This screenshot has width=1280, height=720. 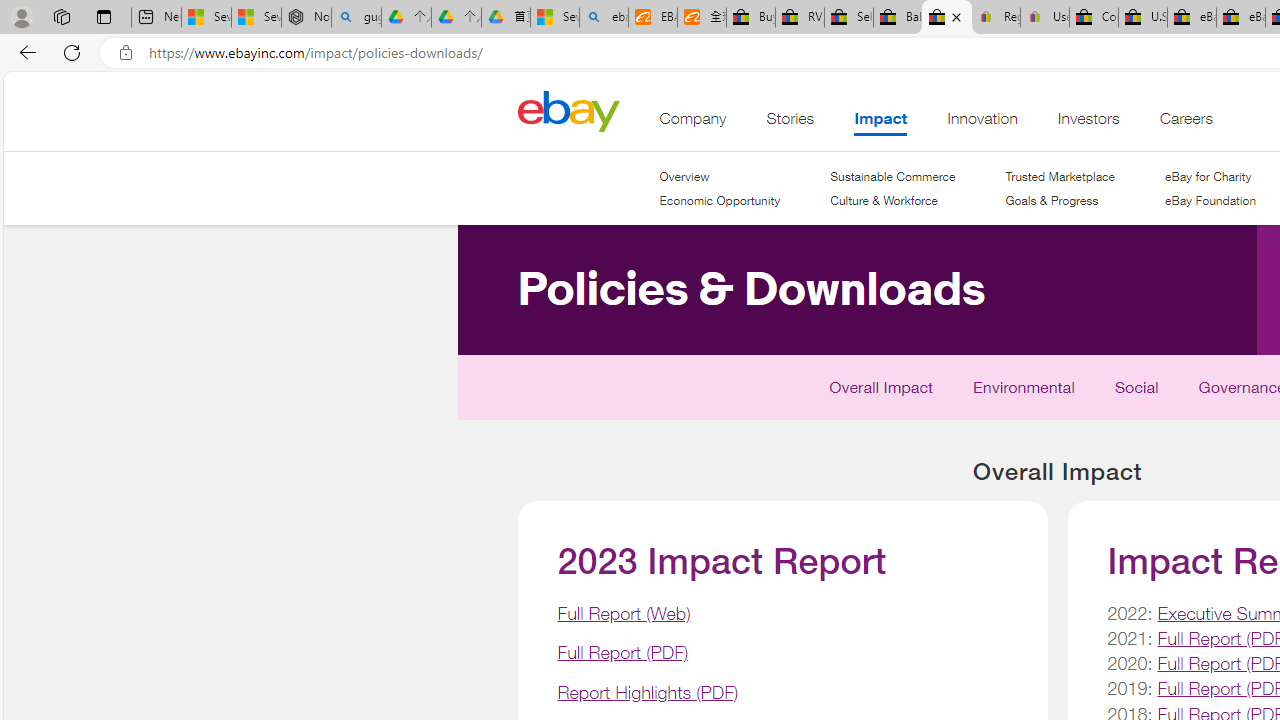 What do you see at coordinates (621, 653) in the screenshot?
I see `'Full Report (PDF)'` at bounding box center [621, 653].